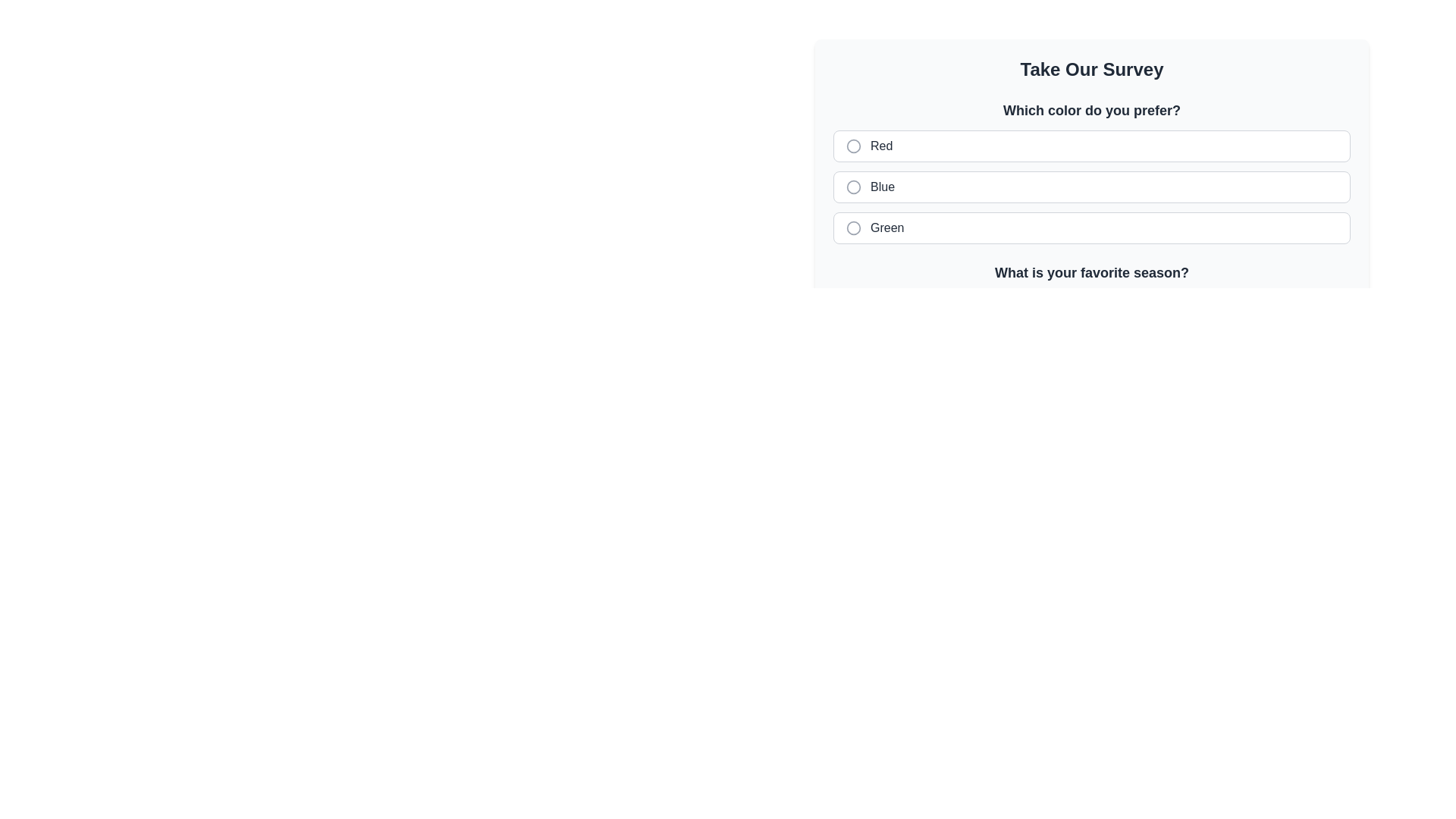  What do you see at coordinates (854, 227) in the screenshot?
I see `the 'Green' radio button indicator for accessibility navigation in the survey questionnaire` at bounding box center [854, 227].